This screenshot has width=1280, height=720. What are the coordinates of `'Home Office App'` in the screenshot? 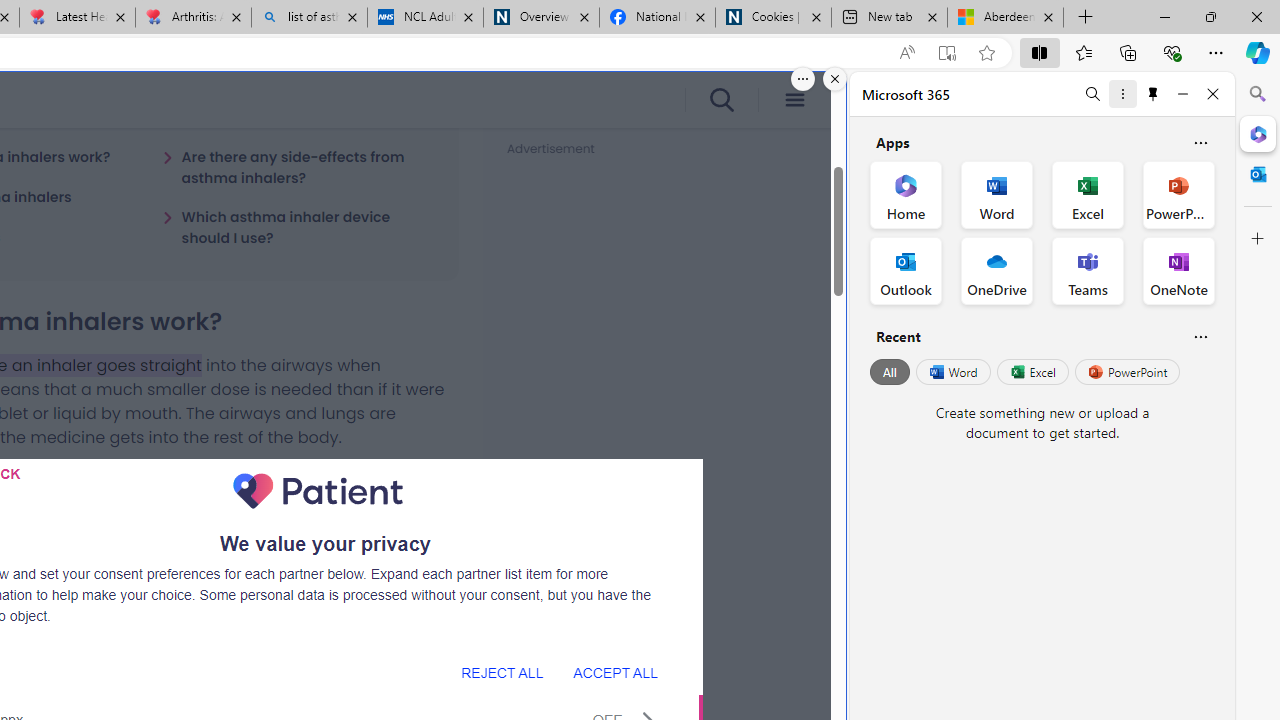 It's located at (905, 195).